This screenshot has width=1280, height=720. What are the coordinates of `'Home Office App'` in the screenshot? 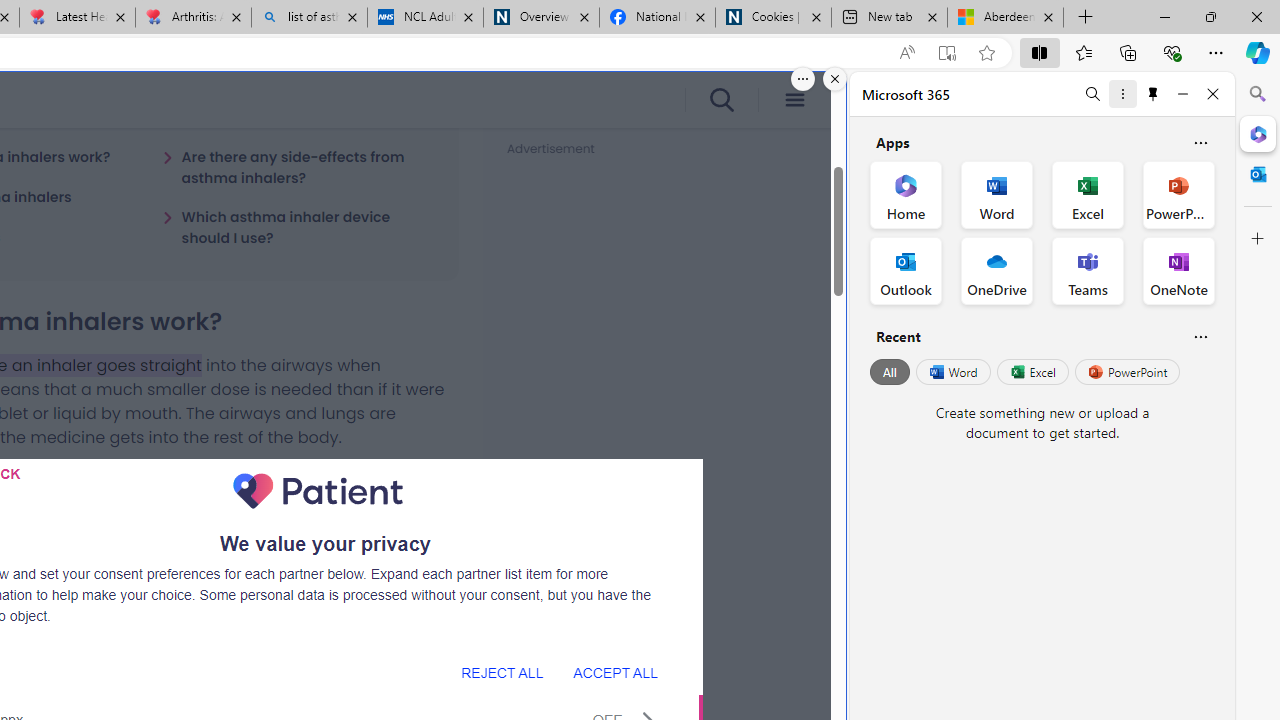 It's located at (905, 195).